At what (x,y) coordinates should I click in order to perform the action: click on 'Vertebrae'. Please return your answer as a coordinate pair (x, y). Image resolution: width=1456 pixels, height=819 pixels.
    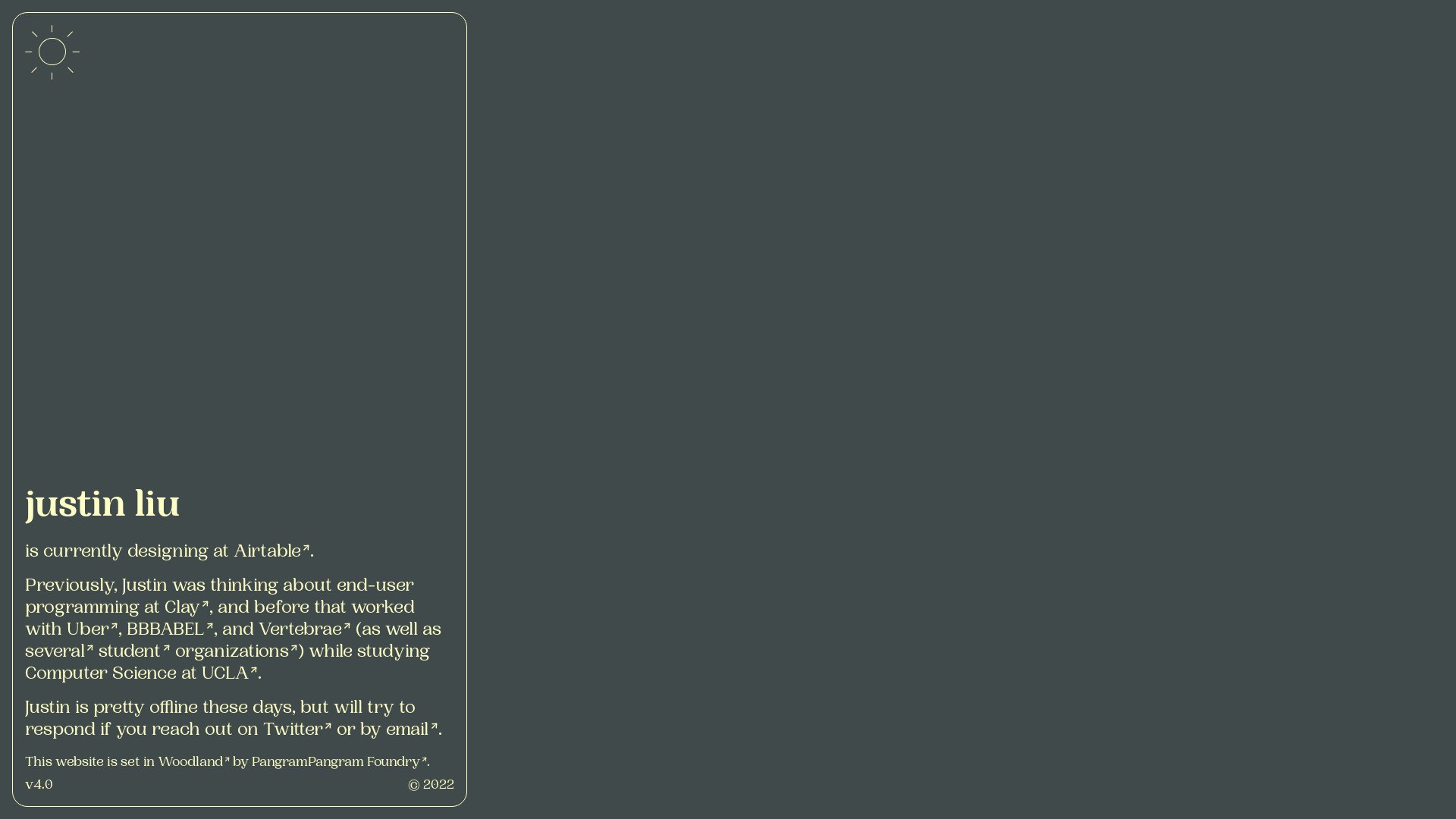
    Looking at the image, I should click on (304, 631).